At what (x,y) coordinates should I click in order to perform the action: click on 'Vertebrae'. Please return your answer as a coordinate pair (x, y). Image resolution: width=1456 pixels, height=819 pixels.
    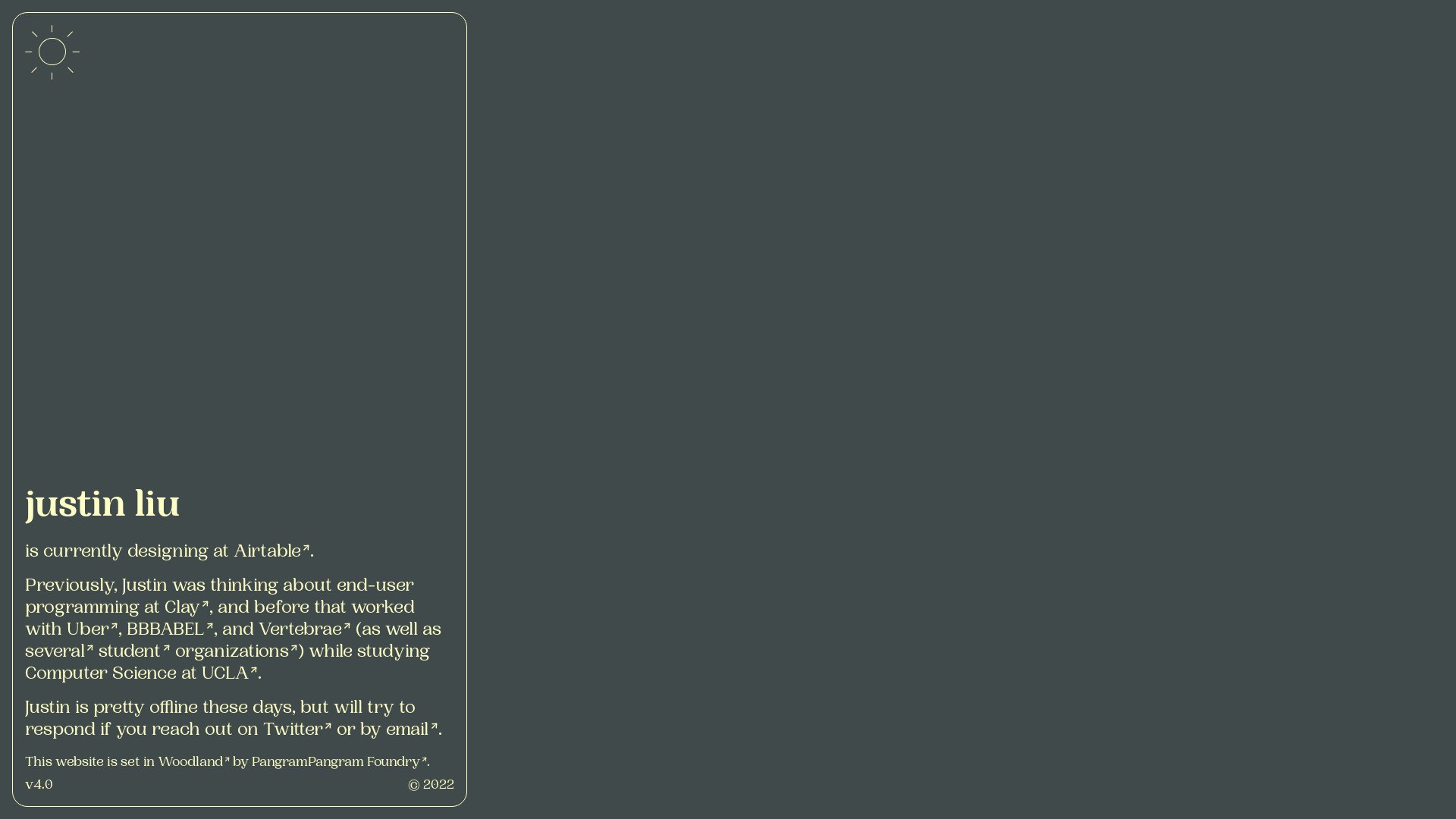
    Looking at the image, I should click on (304, 631).